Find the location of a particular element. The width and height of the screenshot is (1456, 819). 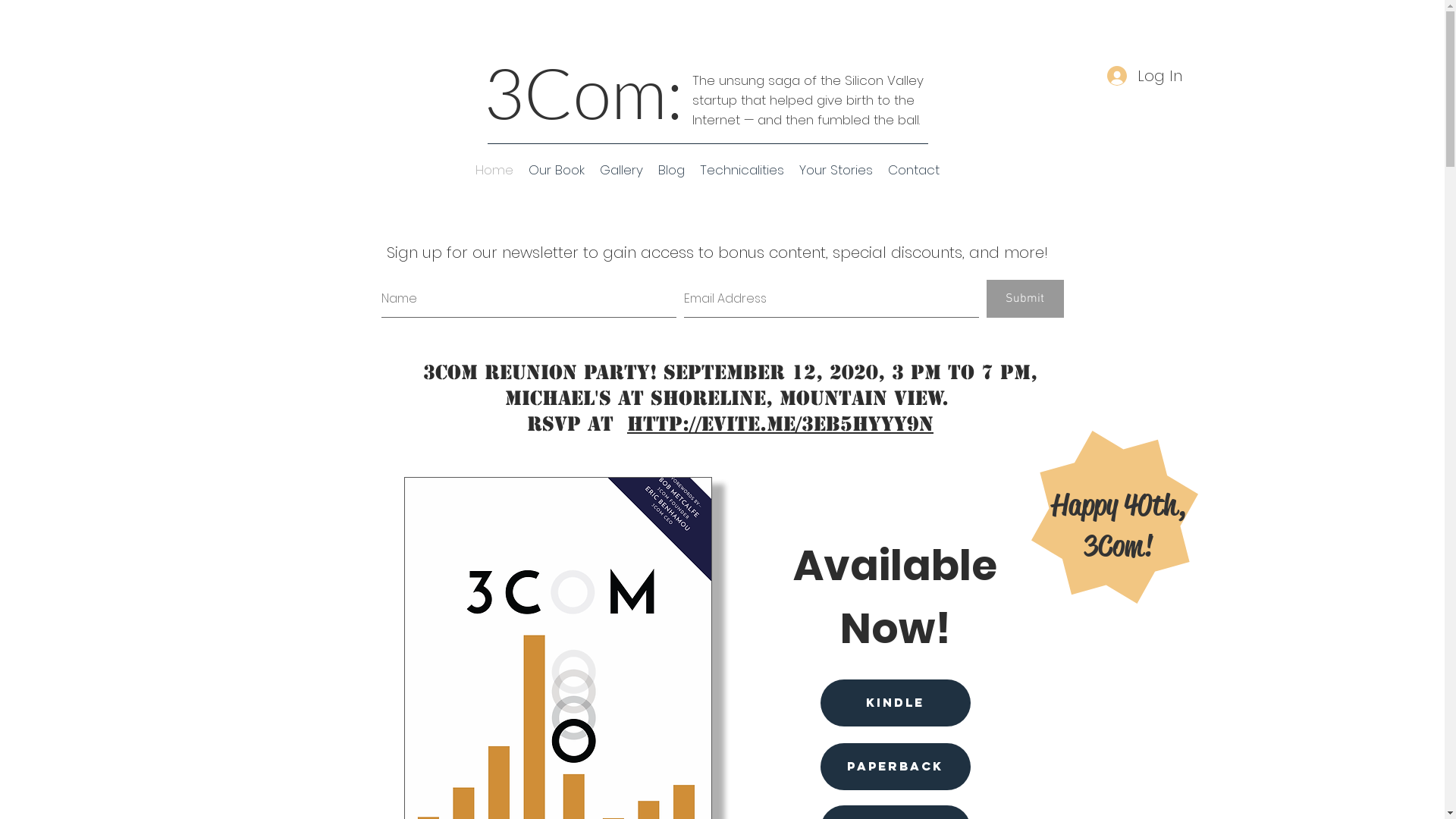

'http://evite.me/3EB5HYYy9N' is located at coordinates (780, 424).